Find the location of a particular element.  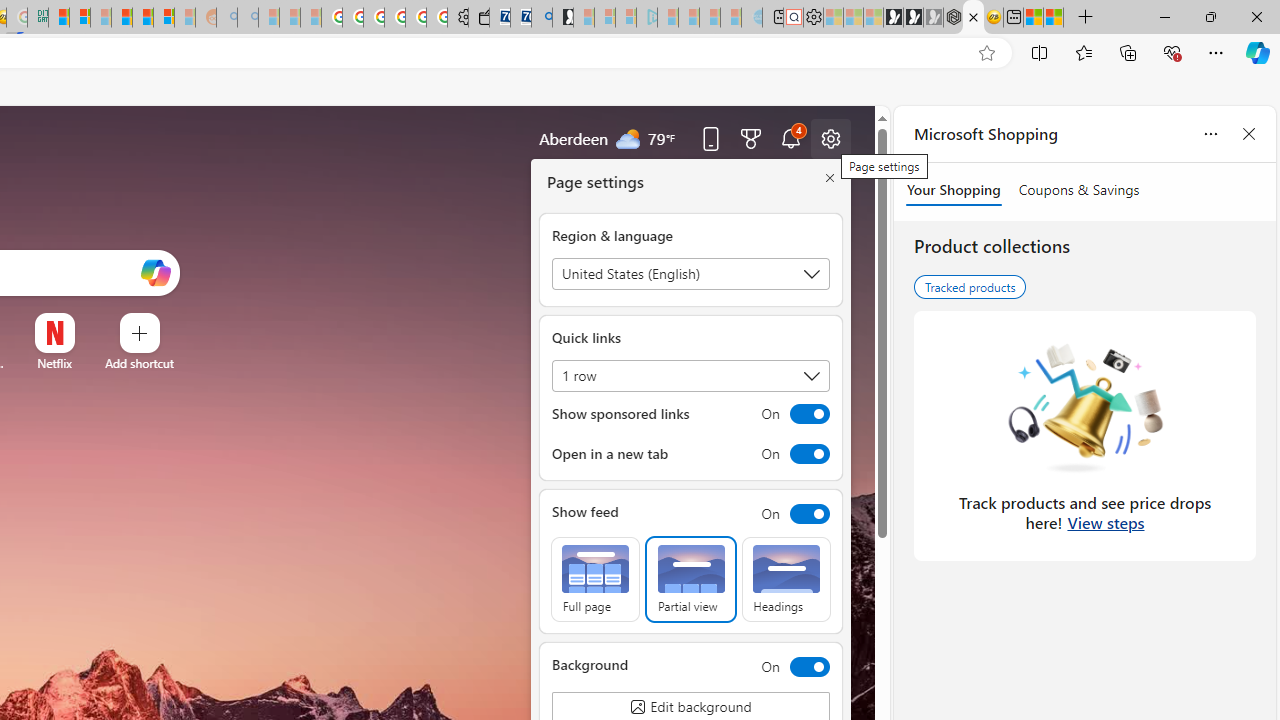

'Full page' is located at coordinates (594, 579).